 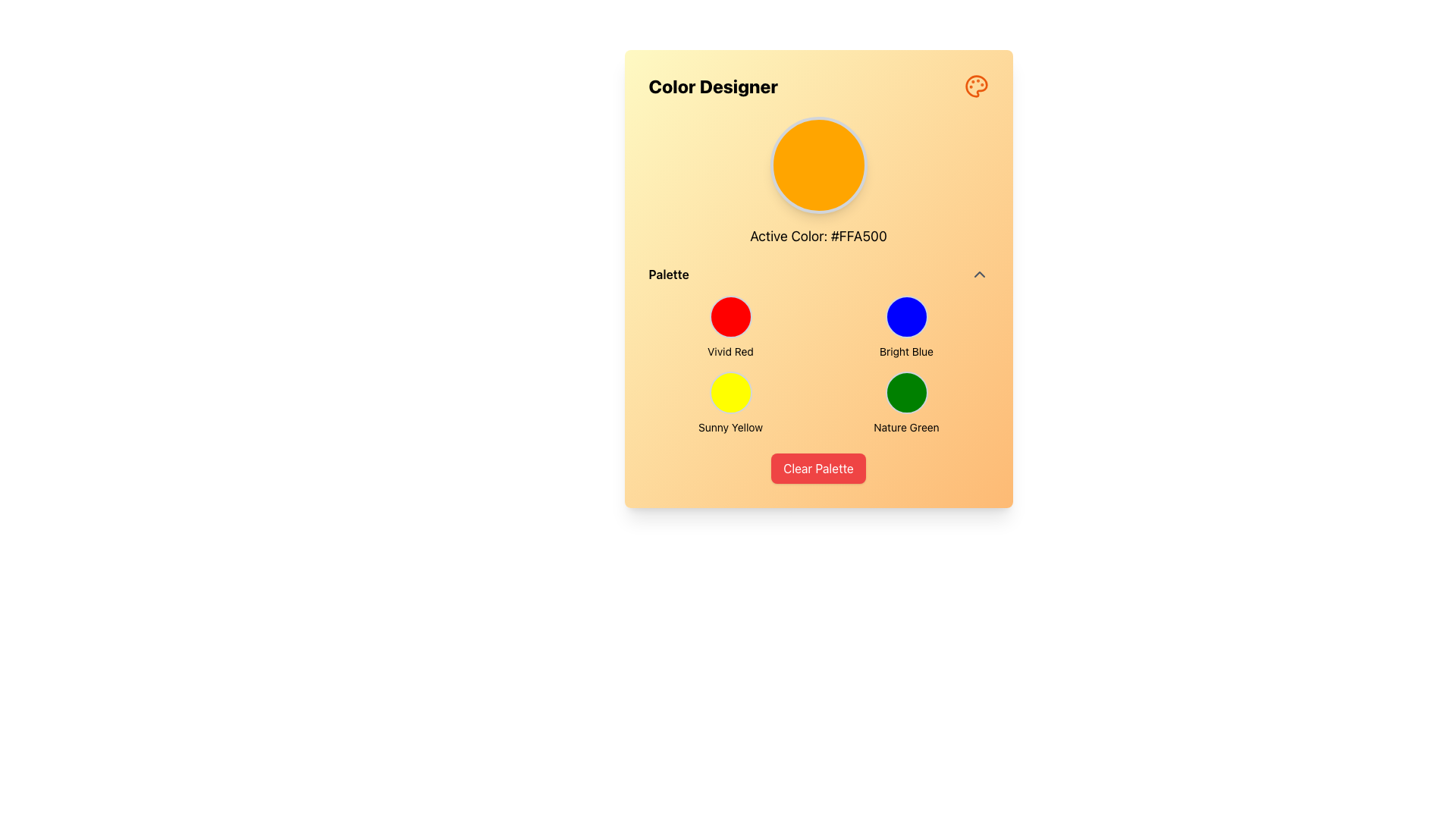 What do you see at coordinates (976, 86) in the screenshot?
I see `the icon in the top-right corner of the 'Color Designer' card` at bounding box center [976, 86].